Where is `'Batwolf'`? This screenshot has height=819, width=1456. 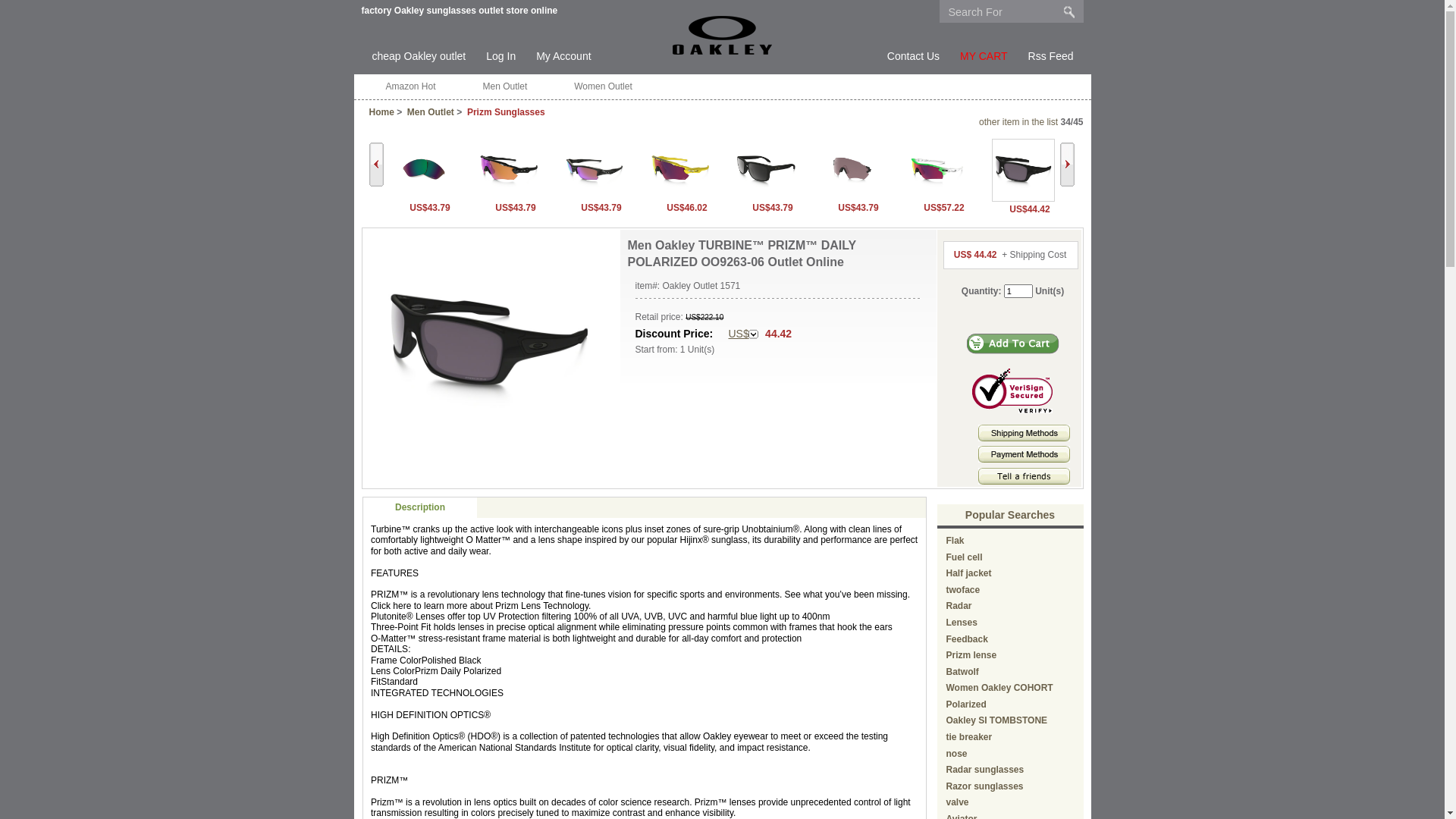
'Batwolf' is located at coordinates (962, 671).